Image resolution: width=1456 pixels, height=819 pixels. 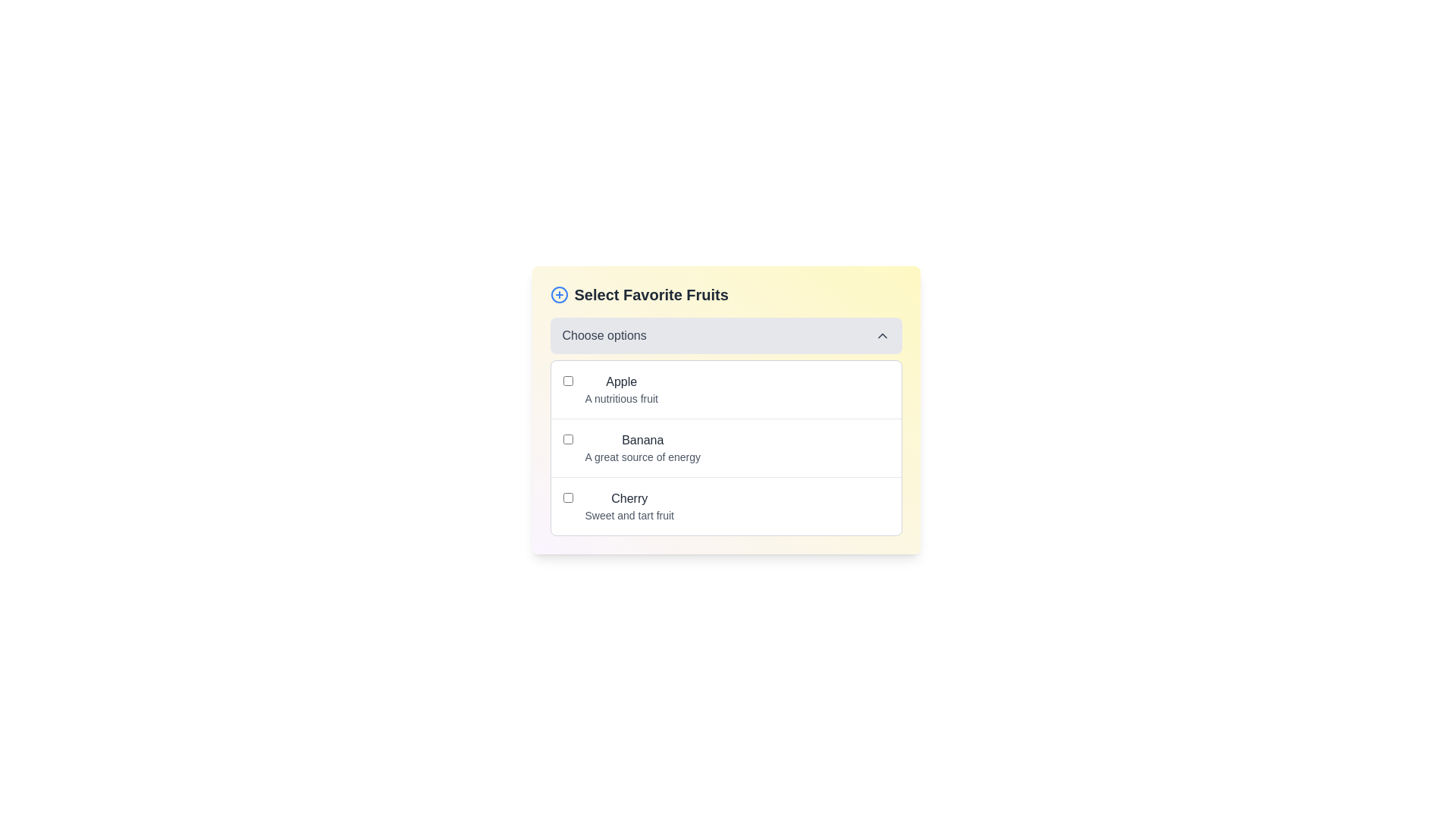 What do you see at coordinates (642, 456) in the screenshot?
I see `the textual element that provides additional descriptive information about the 'Banana' option in the dropdown list` at bounding box center [642, 456].